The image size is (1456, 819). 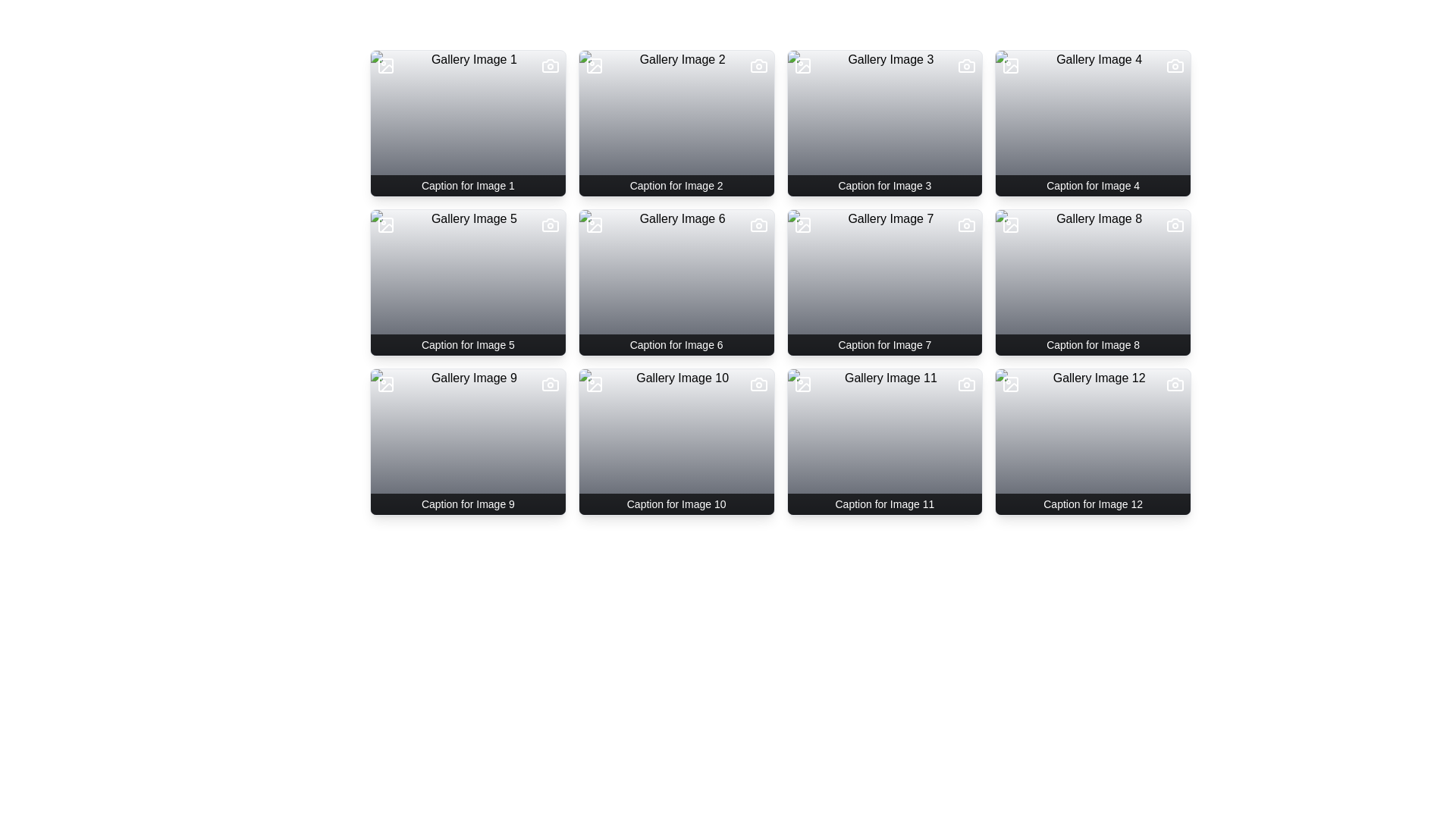 What do you see at coordinates (676, 122) in the screenshot?
I see `the Card component that represents 'Gallery Image 2', which is the second item in the first row of a 4-column grid` at bounding box center [676, 122].